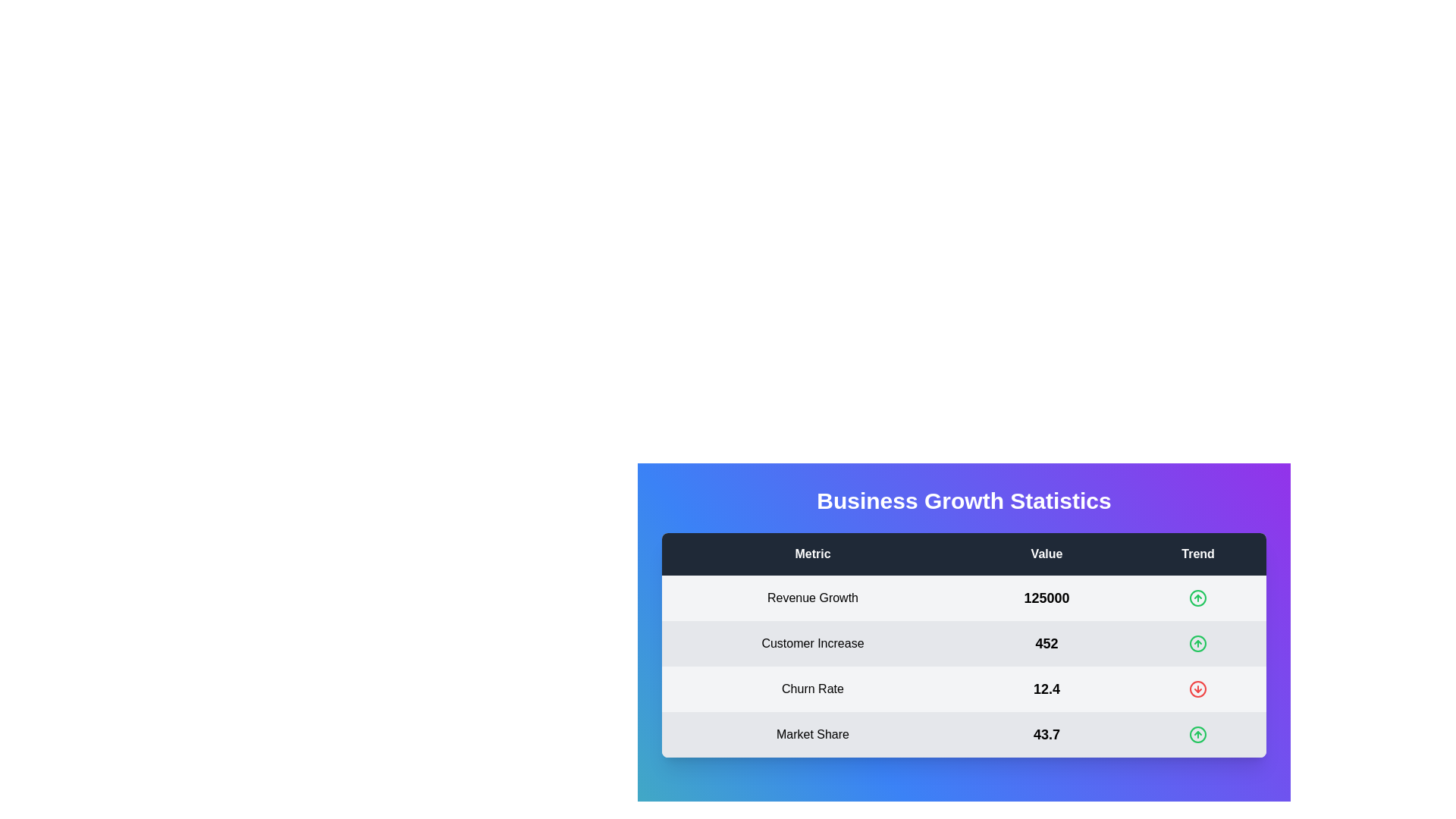  I want to click on the trend icon corresponding to the Customer Increase metric, so click(1197, 644).